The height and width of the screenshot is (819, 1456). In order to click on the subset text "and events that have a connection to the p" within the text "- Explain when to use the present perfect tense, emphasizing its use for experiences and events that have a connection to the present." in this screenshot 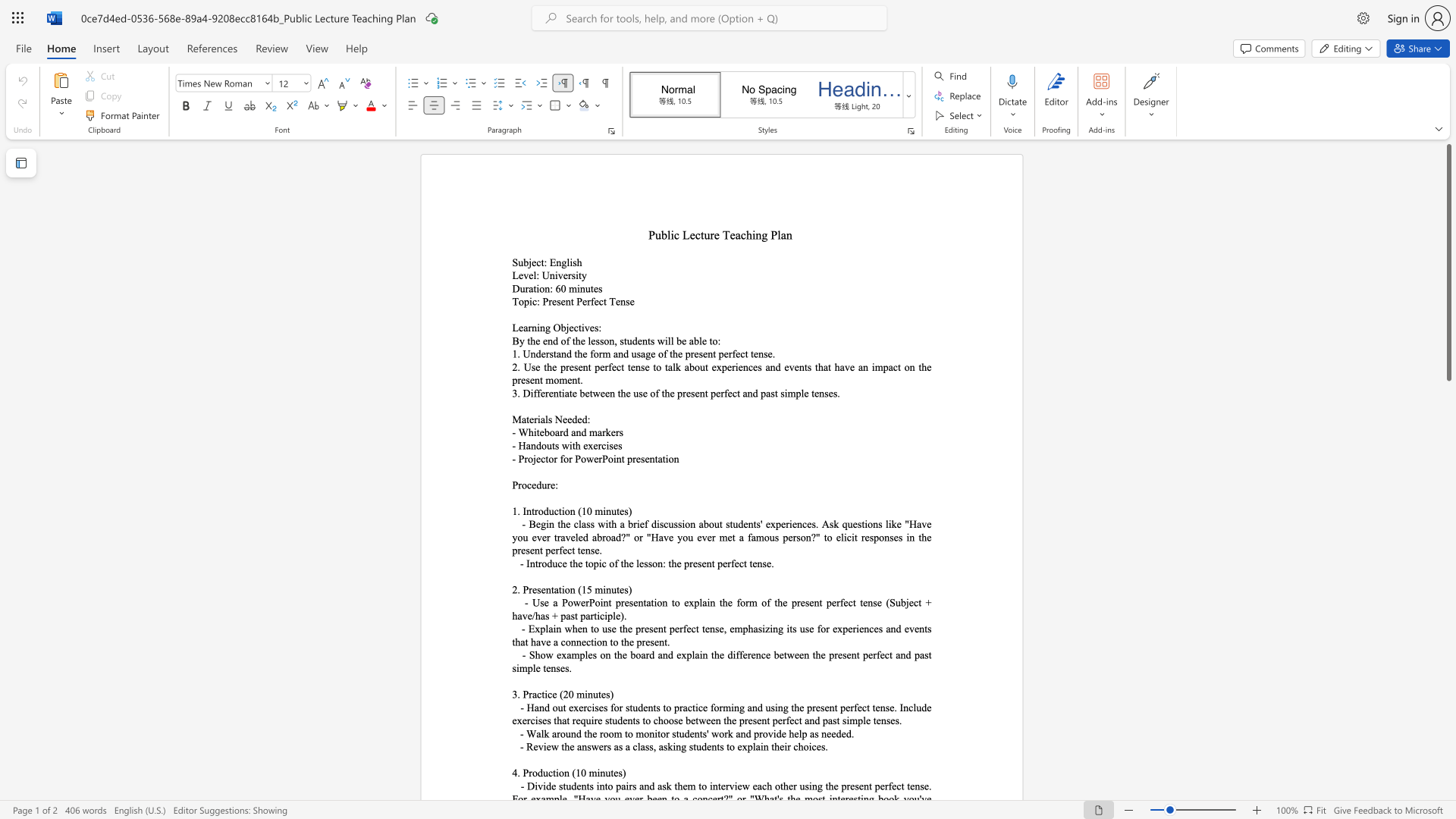, I will do `click(886, 629)`.